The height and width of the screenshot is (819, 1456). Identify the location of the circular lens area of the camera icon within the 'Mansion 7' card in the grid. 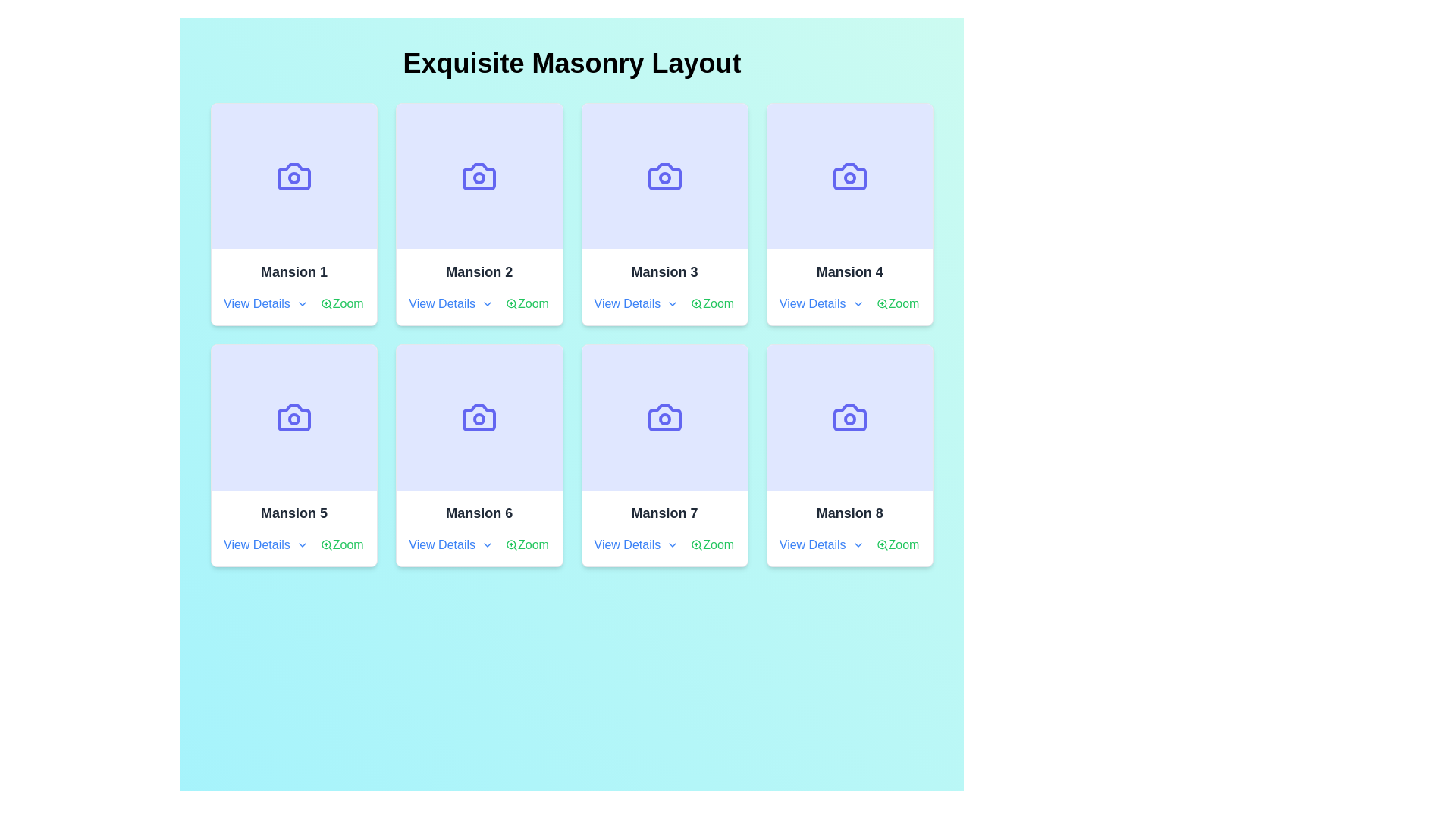
(664, 419).